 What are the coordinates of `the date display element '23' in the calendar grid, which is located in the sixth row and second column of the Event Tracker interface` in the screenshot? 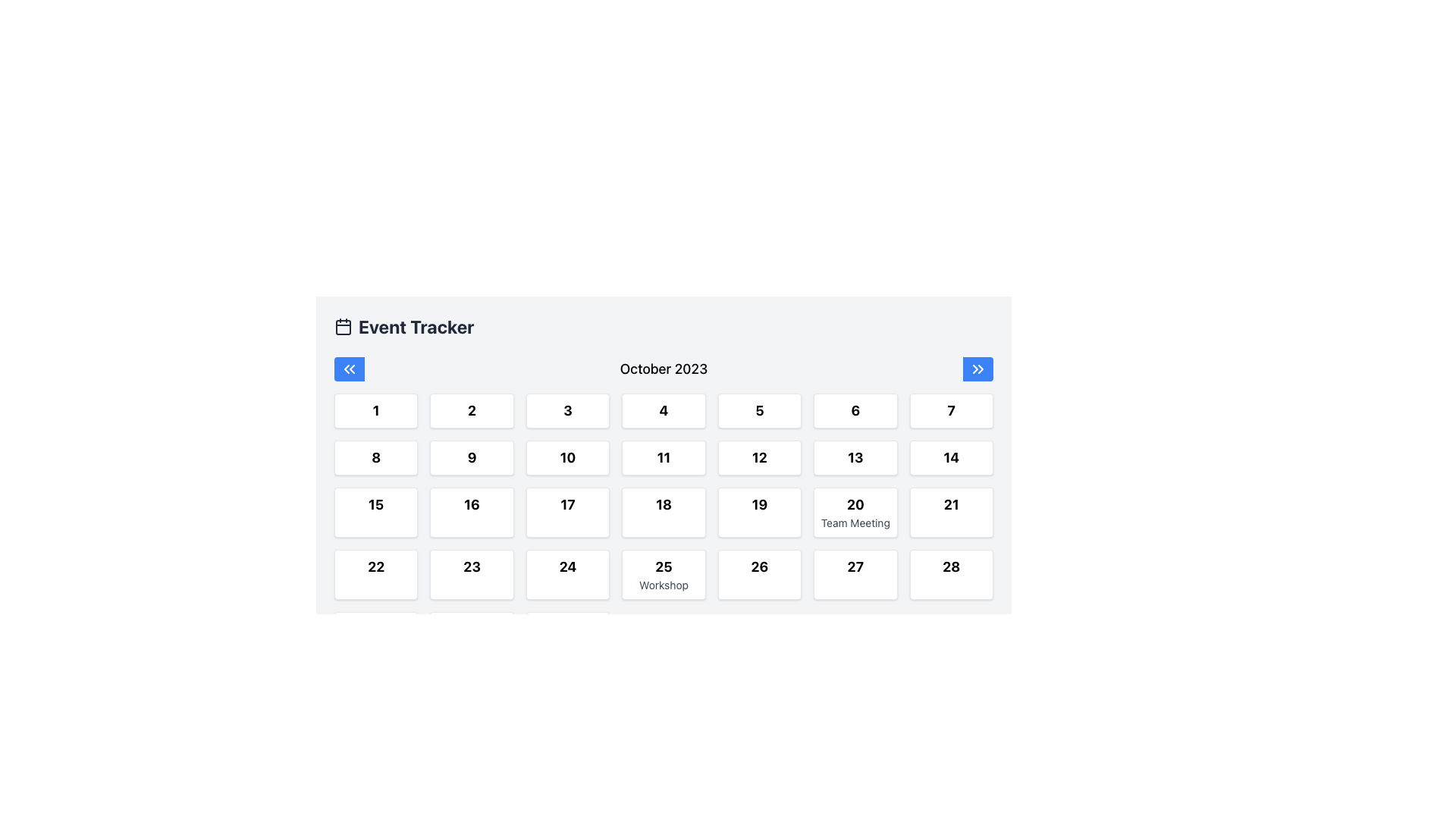 It's located at (471, 567).